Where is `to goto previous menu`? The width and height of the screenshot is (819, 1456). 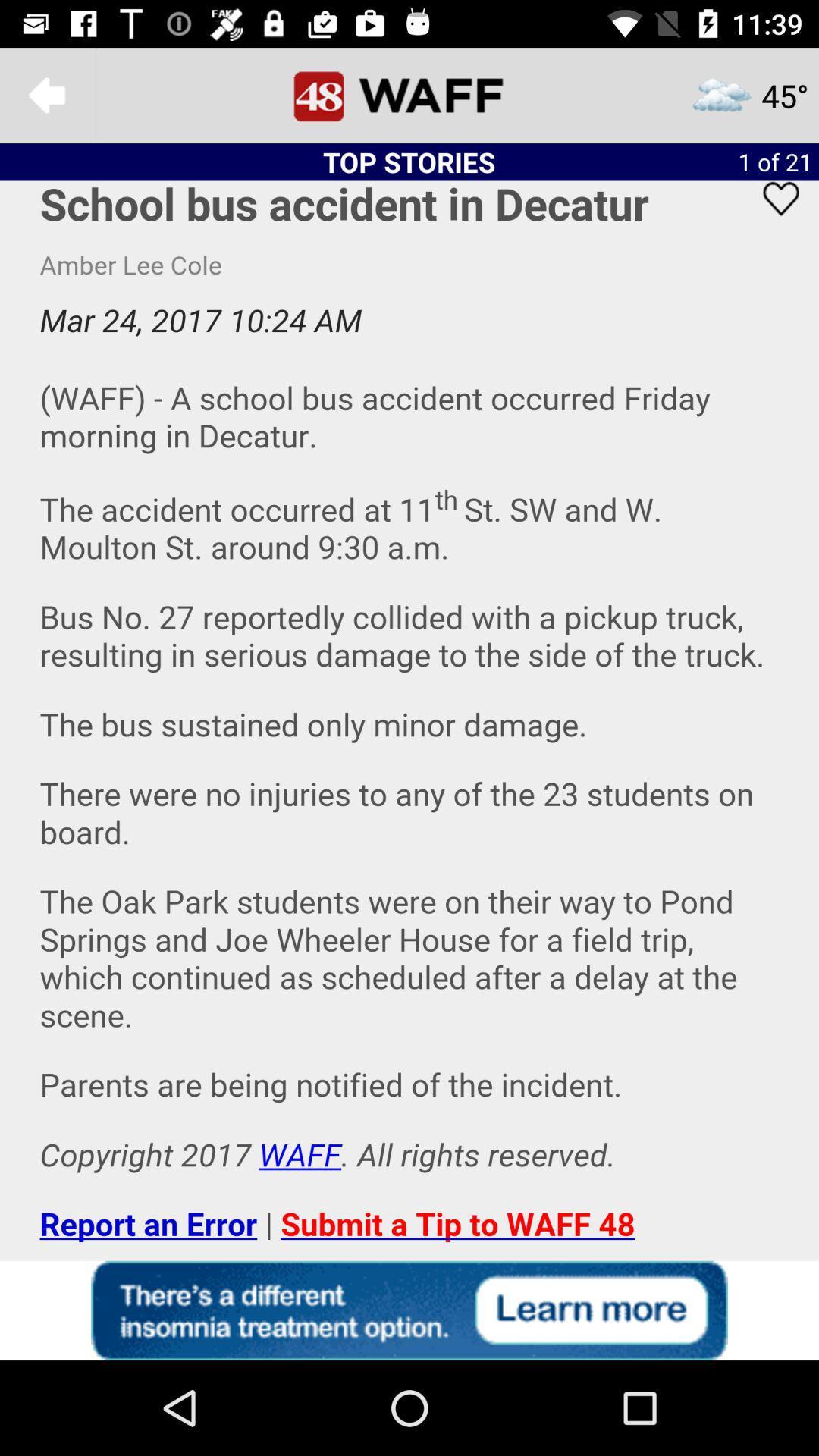 to goto previous menu is located at coordinates (46, 94).